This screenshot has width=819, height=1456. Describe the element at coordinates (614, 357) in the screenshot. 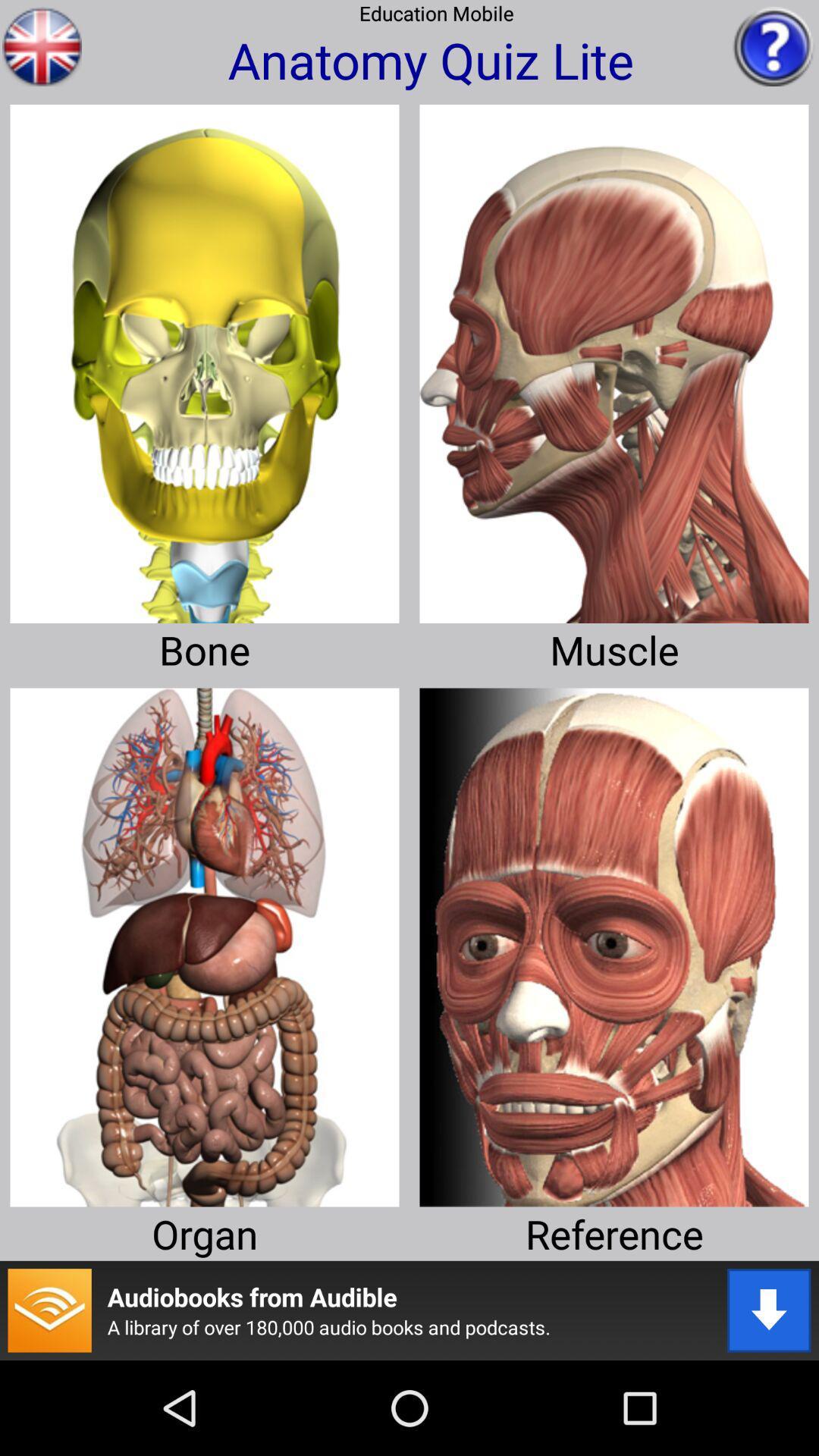

I see `image` at that location.